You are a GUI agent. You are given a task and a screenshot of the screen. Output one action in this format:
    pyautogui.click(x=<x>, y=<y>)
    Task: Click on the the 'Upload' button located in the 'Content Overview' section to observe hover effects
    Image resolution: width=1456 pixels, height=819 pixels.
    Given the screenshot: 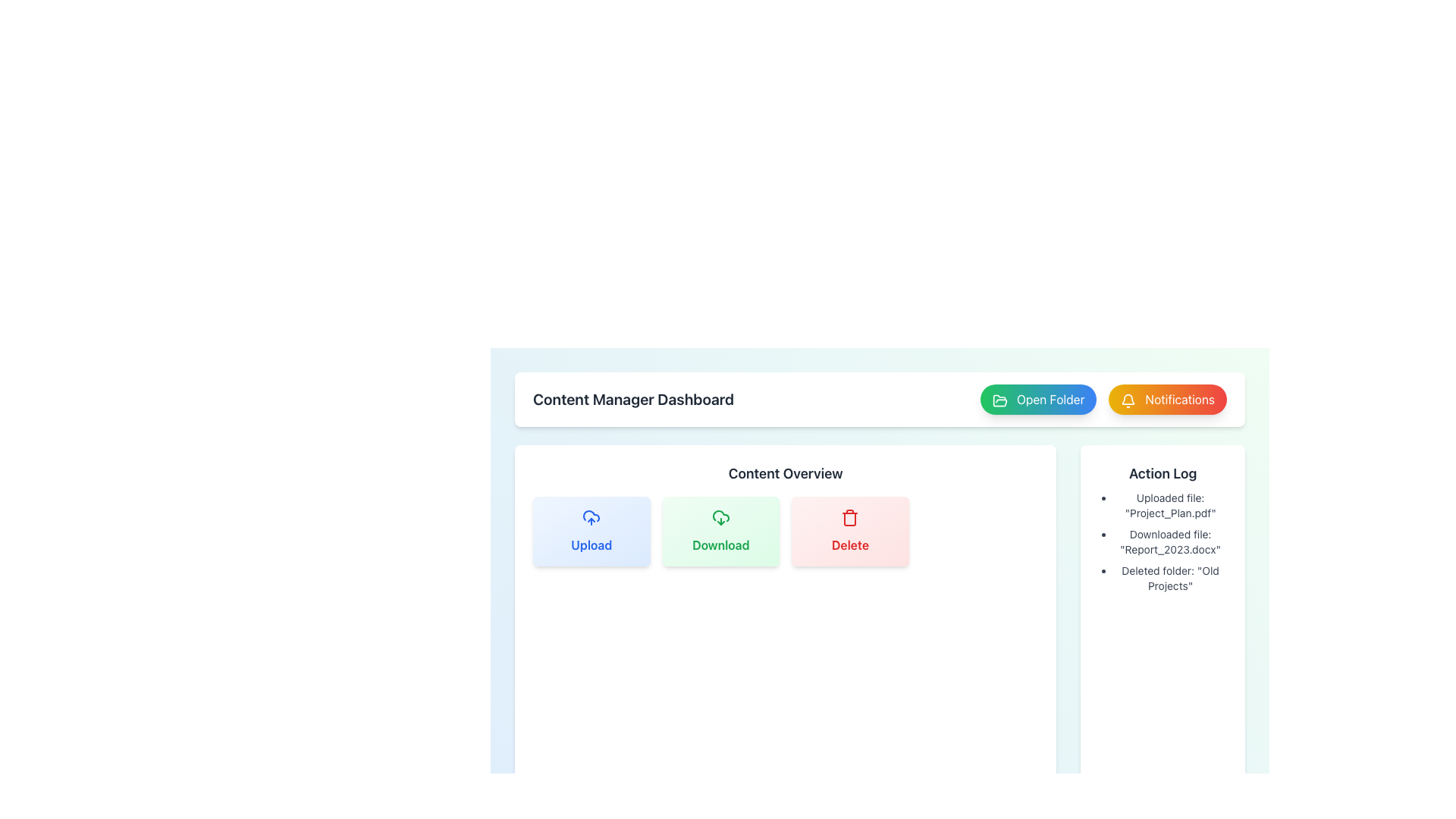 What is the action you would take?
    pyautogui.click(x=591, y=531)
    